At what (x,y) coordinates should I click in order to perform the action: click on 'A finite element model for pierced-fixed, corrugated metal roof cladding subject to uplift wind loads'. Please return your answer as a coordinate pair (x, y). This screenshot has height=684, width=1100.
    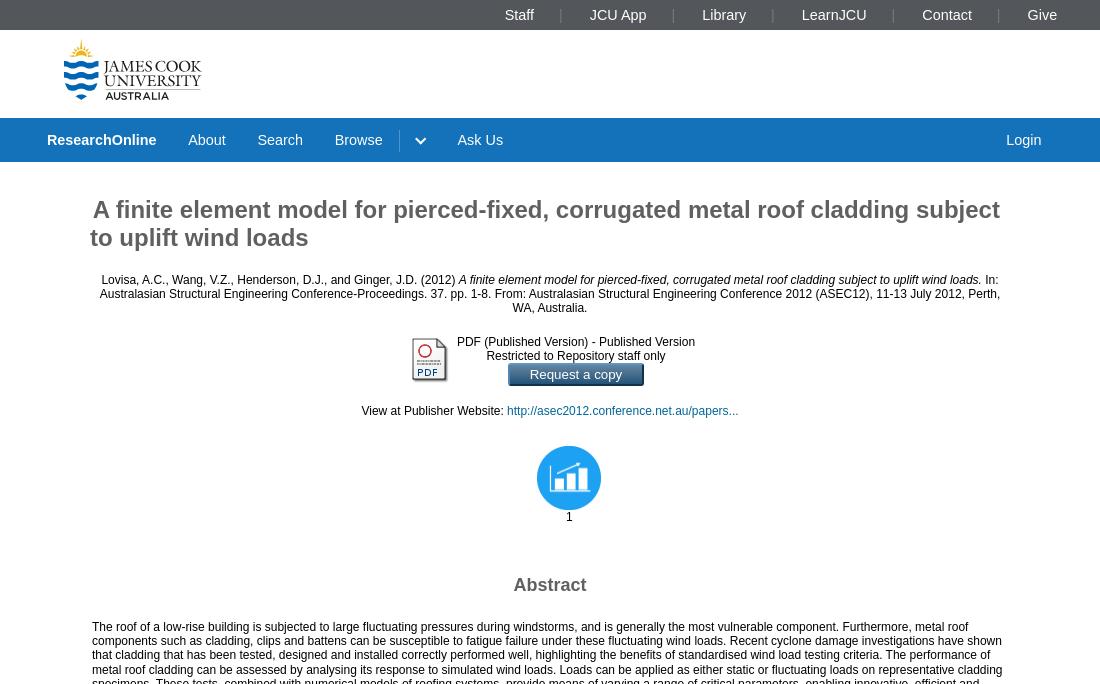
    Looking at the image, I should click on (544, 223).